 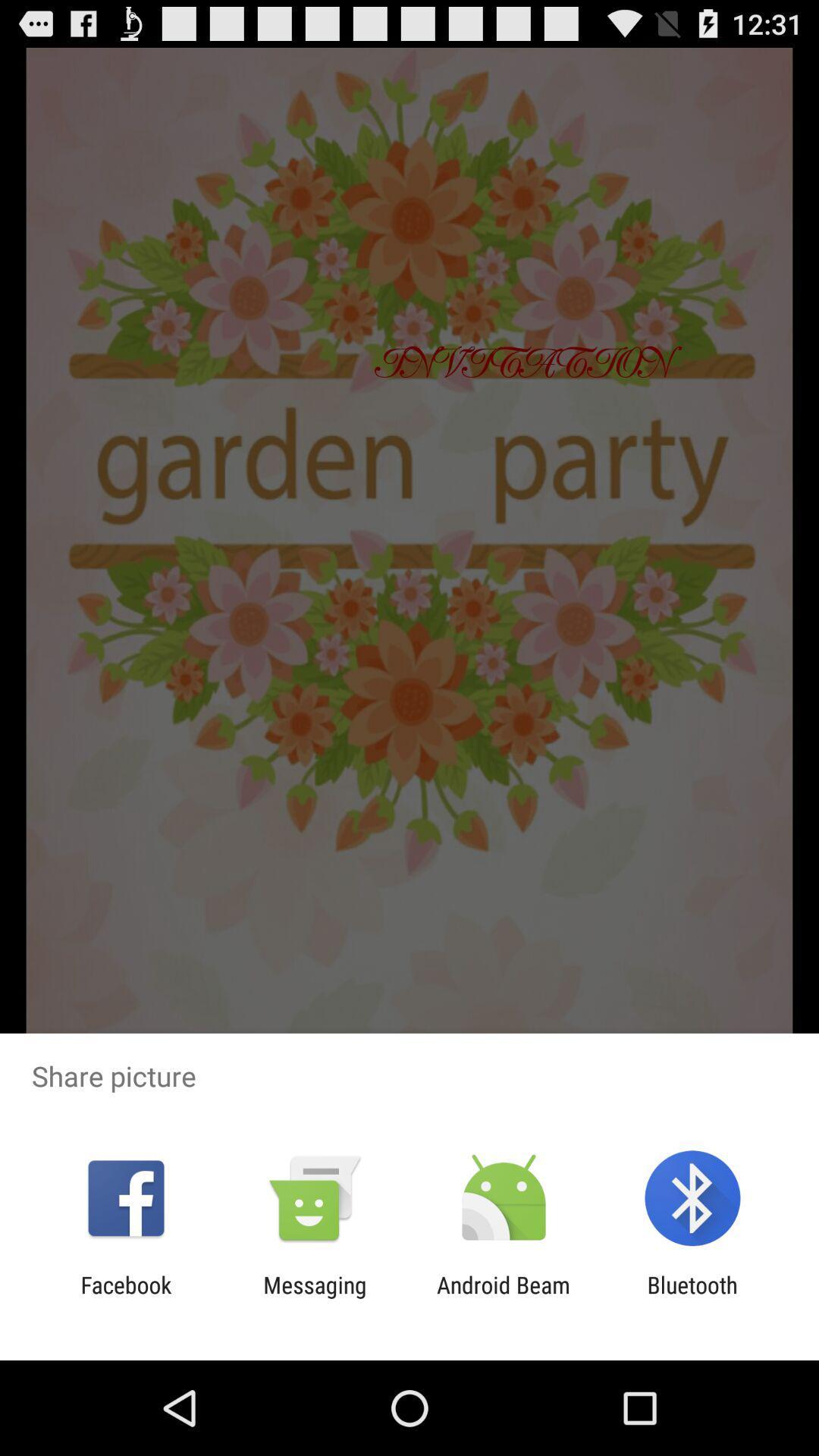 I want to click on the messaging, so click(x=314, y=1298).